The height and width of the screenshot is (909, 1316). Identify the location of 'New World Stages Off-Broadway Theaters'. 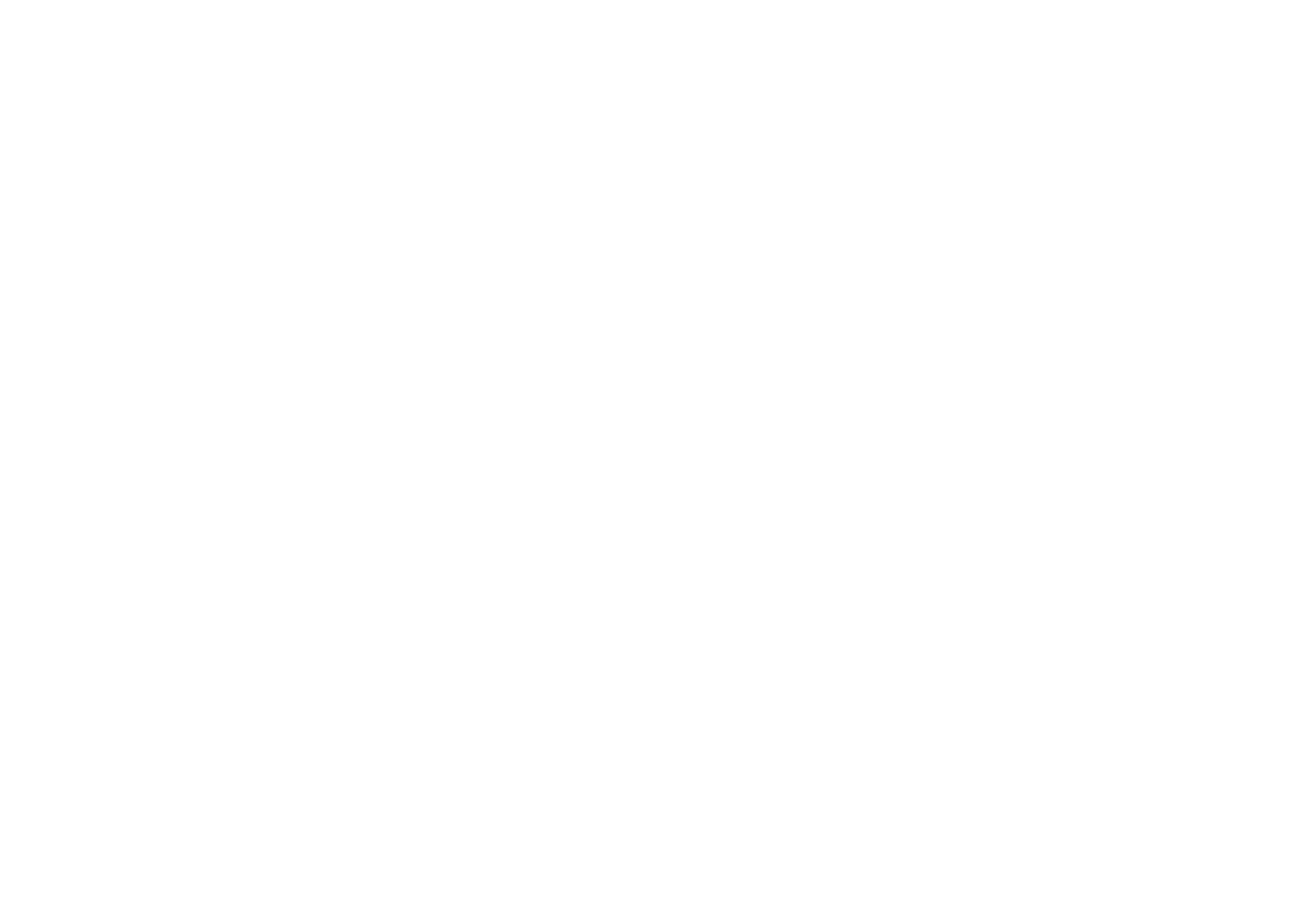
(374, 68).